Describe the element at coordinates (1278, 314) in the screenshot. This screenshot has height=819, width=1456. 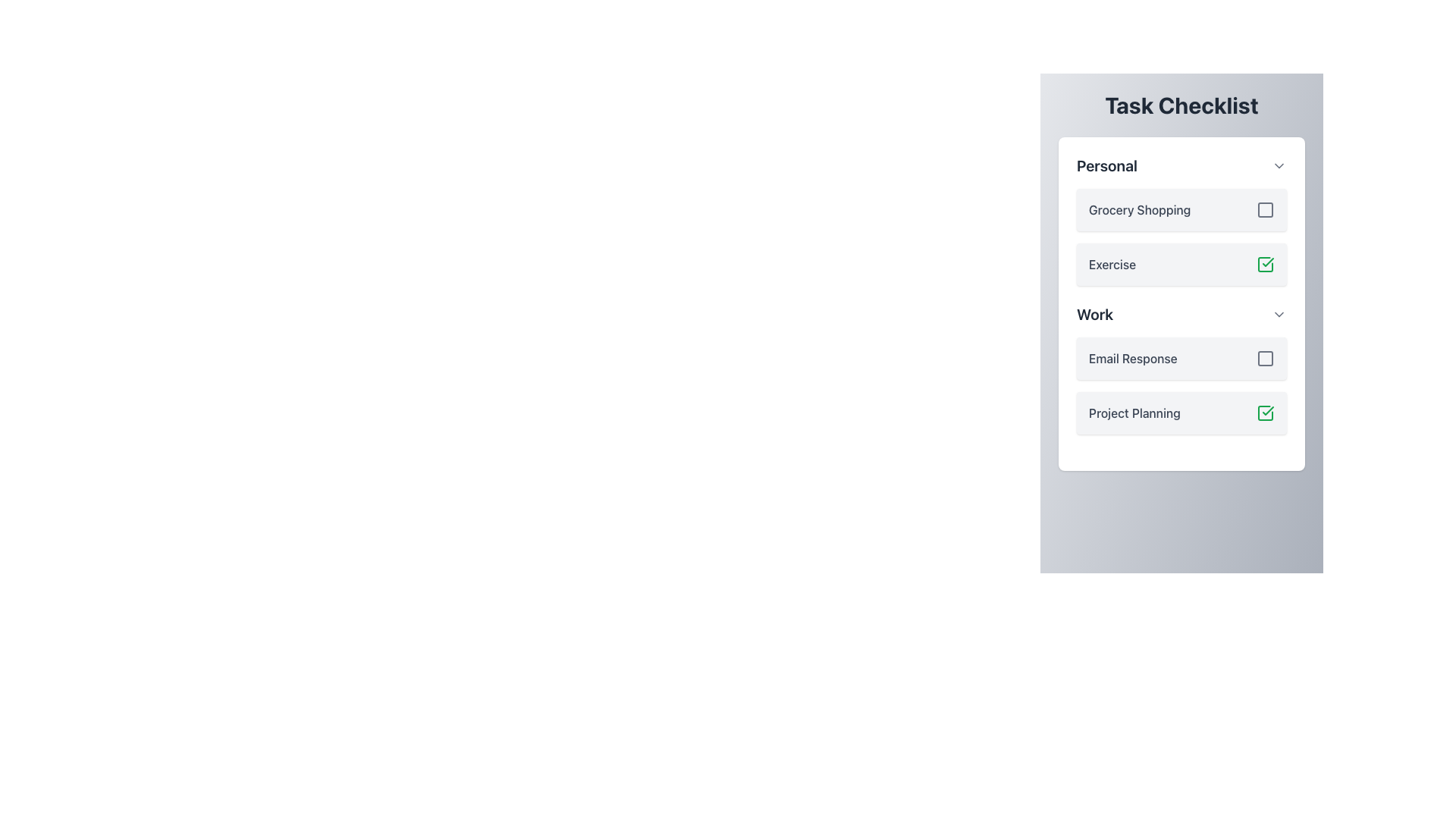
I see `the downward arrow icon located to the right of the 'Work' text in the Task Checklist interface` at that location.